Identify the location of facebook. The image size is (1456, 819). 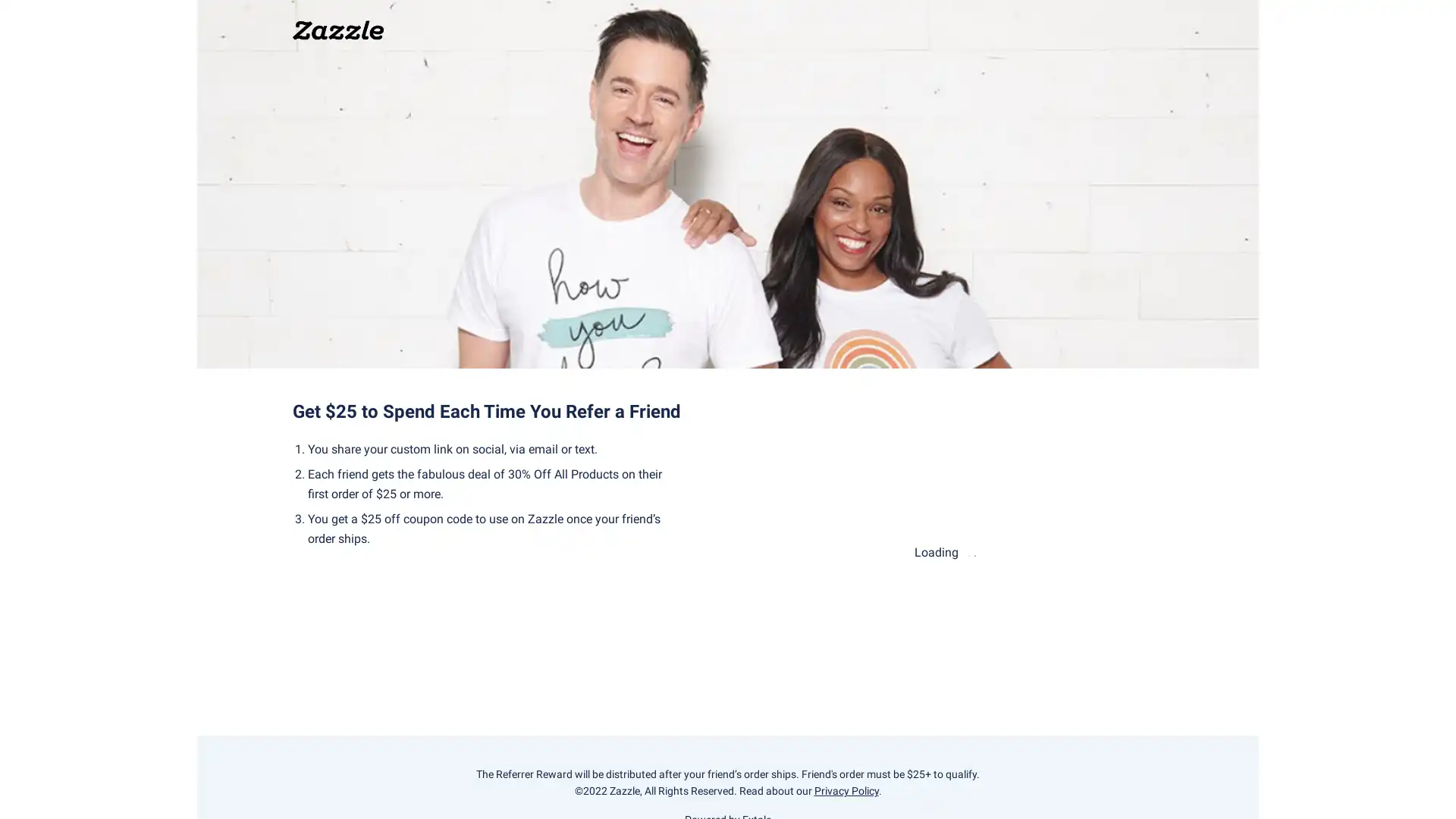
(1051, 535).